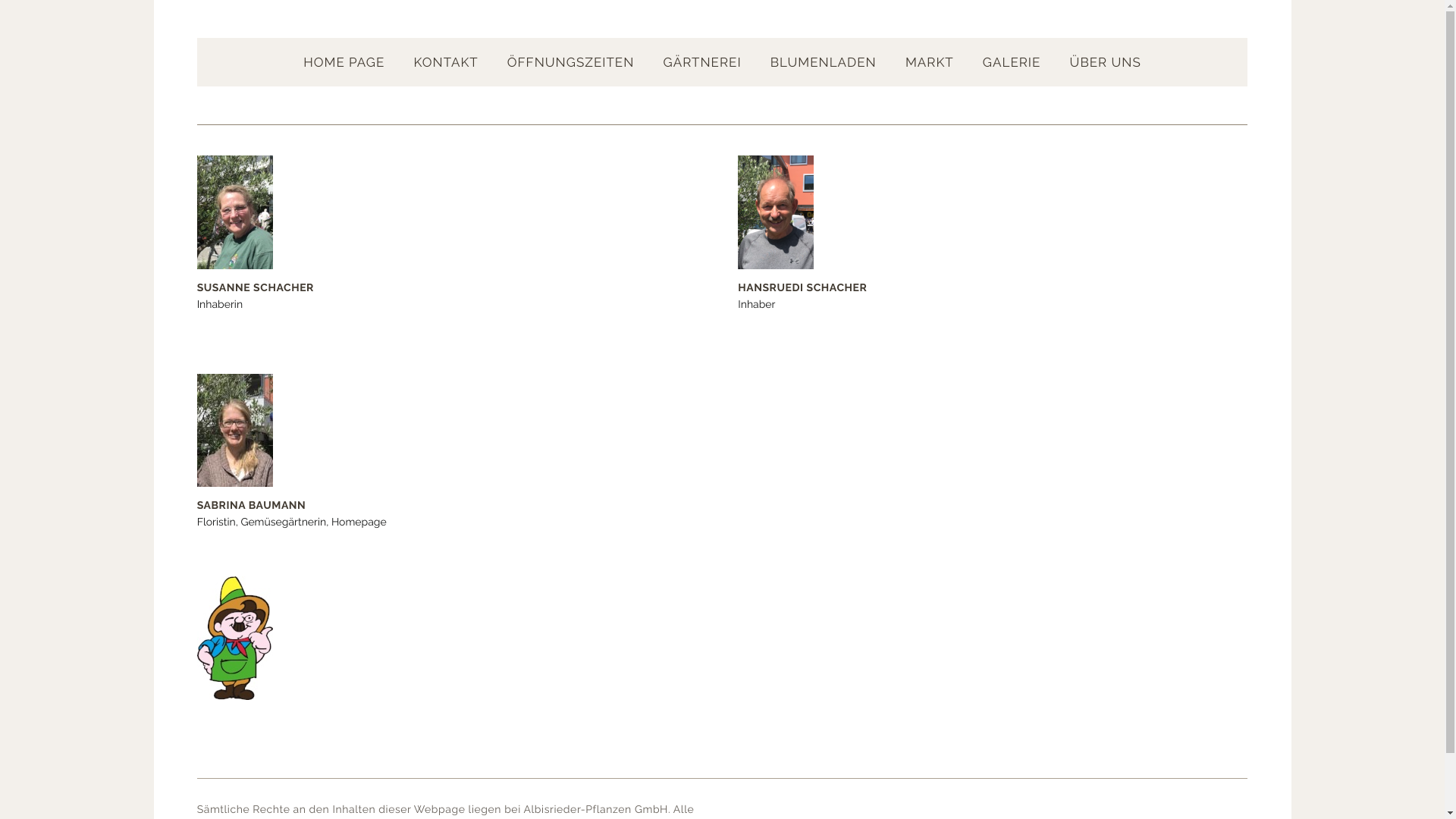  I want to click on 'GALERIE', so click(1012, 61).